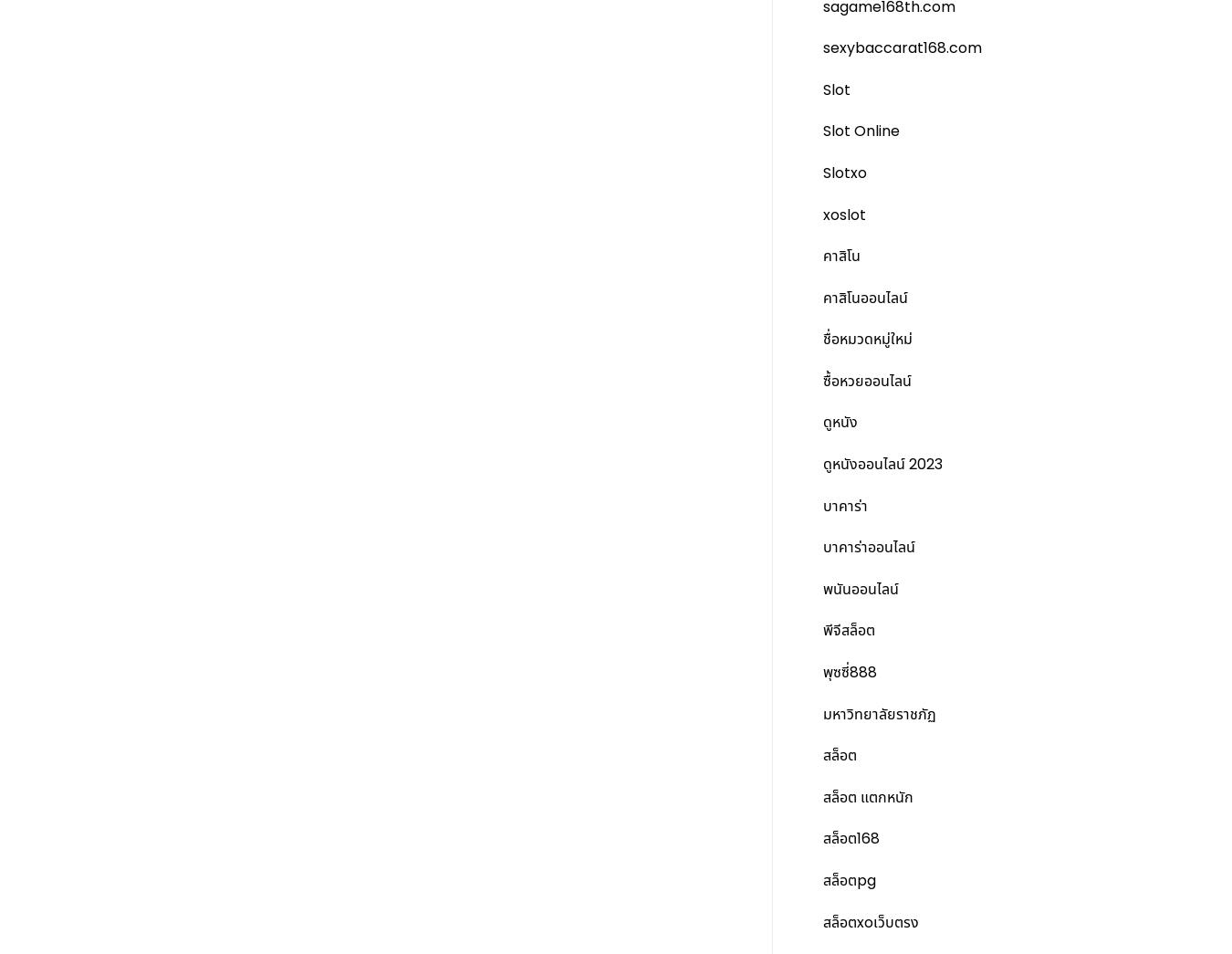  I want to click on 'สล็อต168', so click(850, 838).